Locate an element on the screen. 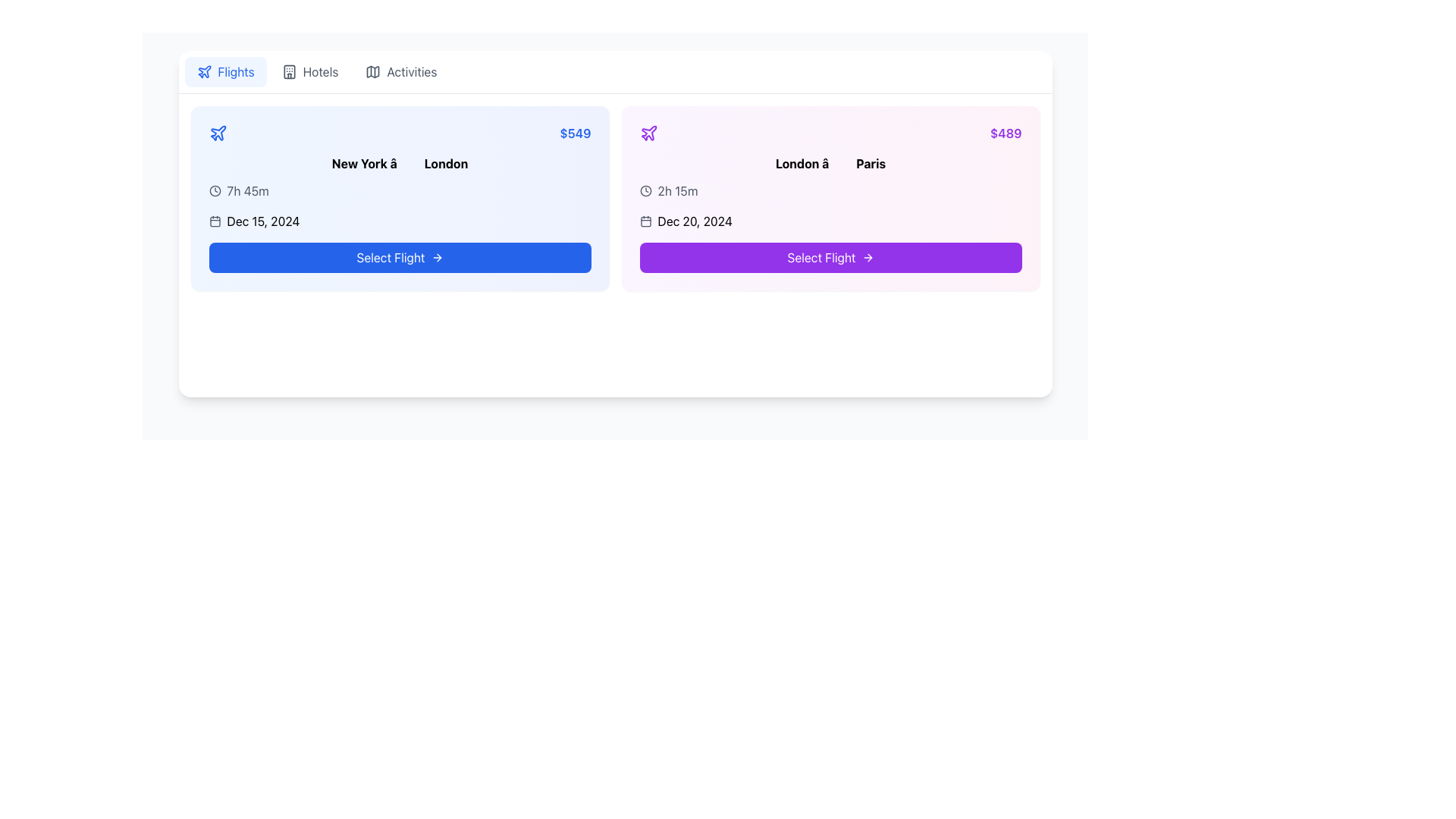 The height and width of the screenshot is (819, 1456). the 'Flights' button which contains the blue text label styled in a clean sans-serif font and is visually adjacent to an airplane icon is located at coordinates (235, 72).